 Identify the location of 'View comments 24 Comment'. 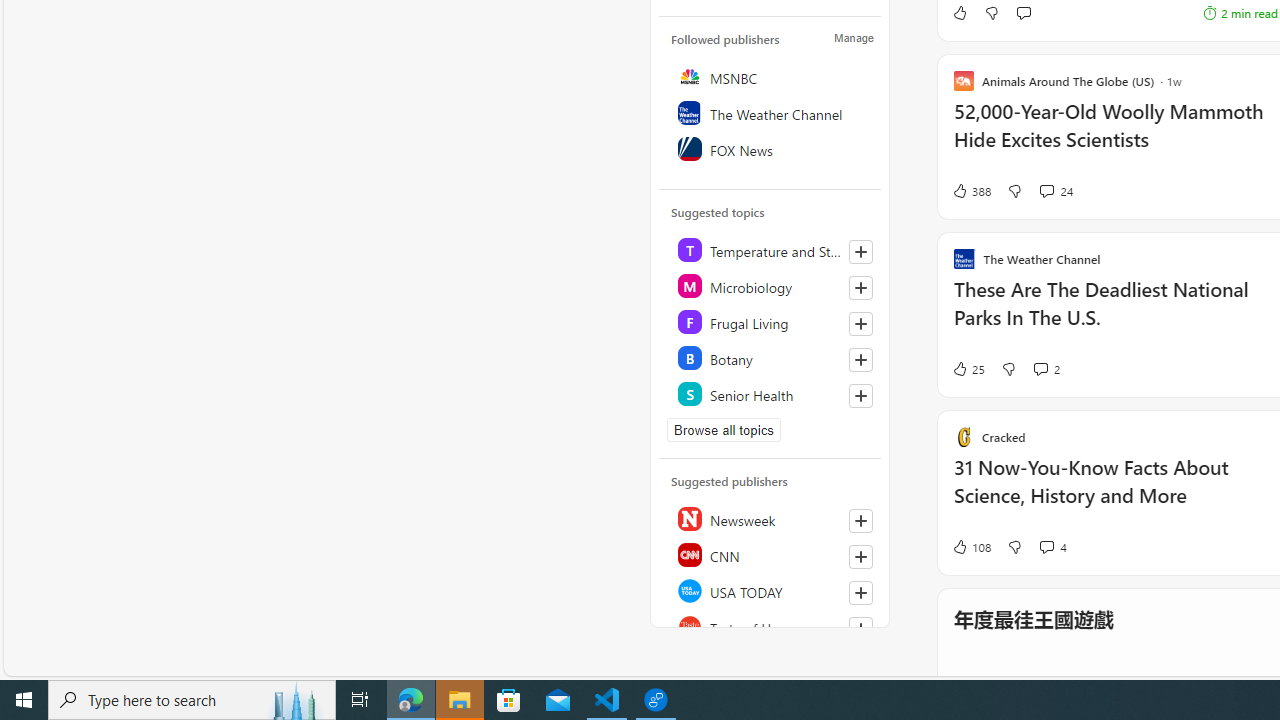
(1045, 190).